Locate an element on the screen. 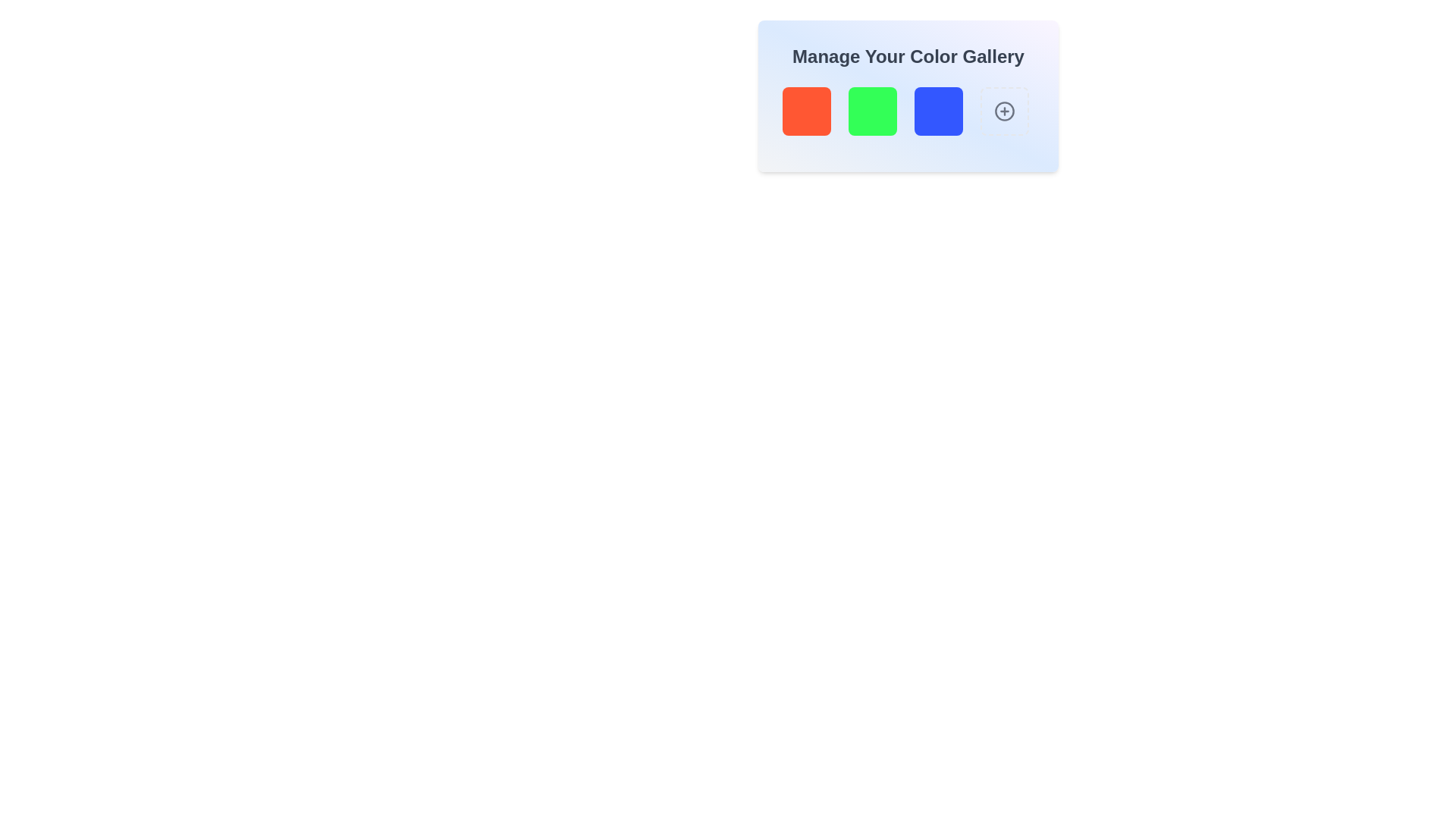  the blue color swatch selection button, which is the third element in a horizontal grid of four squares is located at coordinates (938, 110).